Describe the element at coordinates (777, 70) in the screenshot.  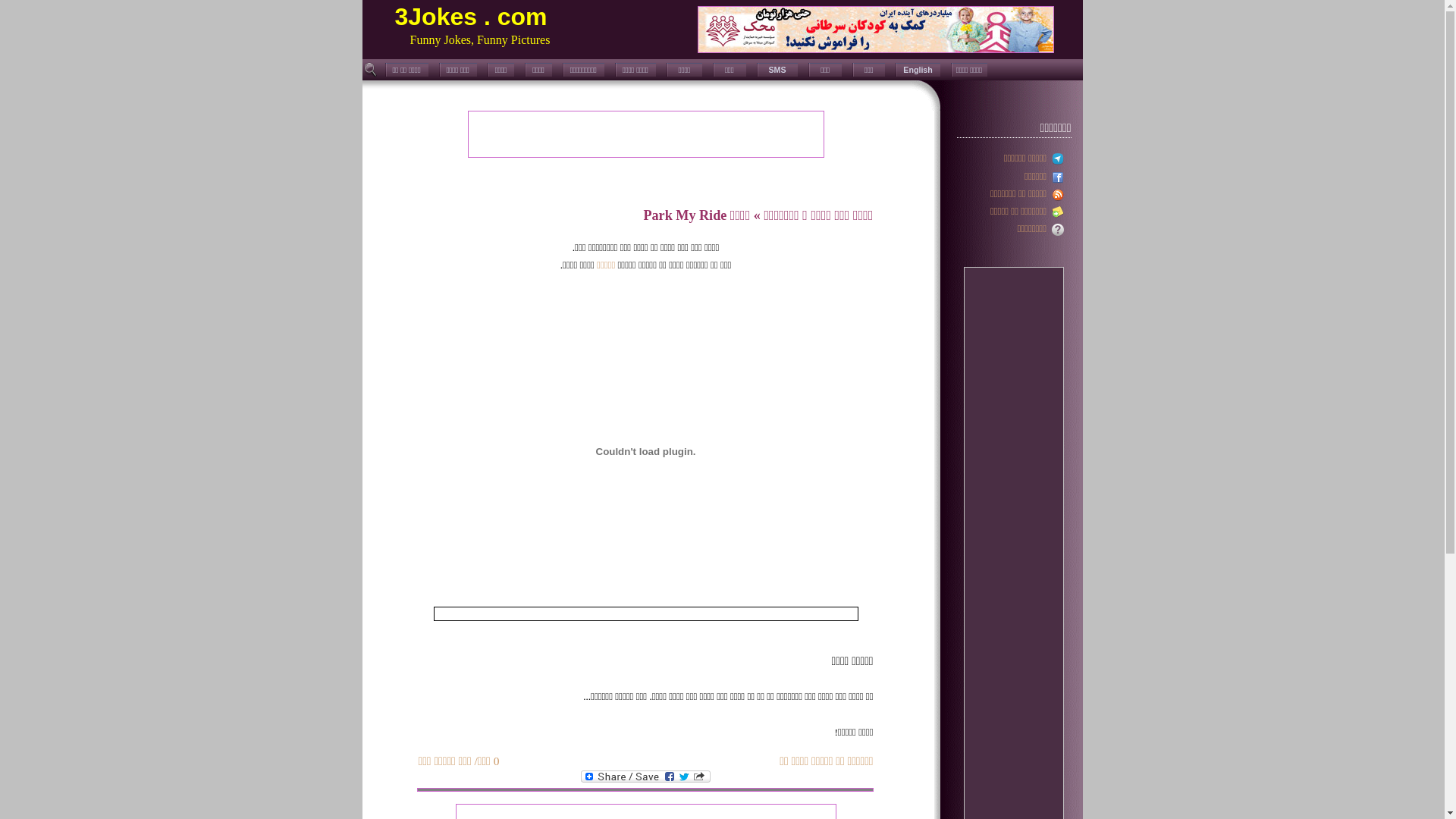
I see `'   SMS   '` at that location.